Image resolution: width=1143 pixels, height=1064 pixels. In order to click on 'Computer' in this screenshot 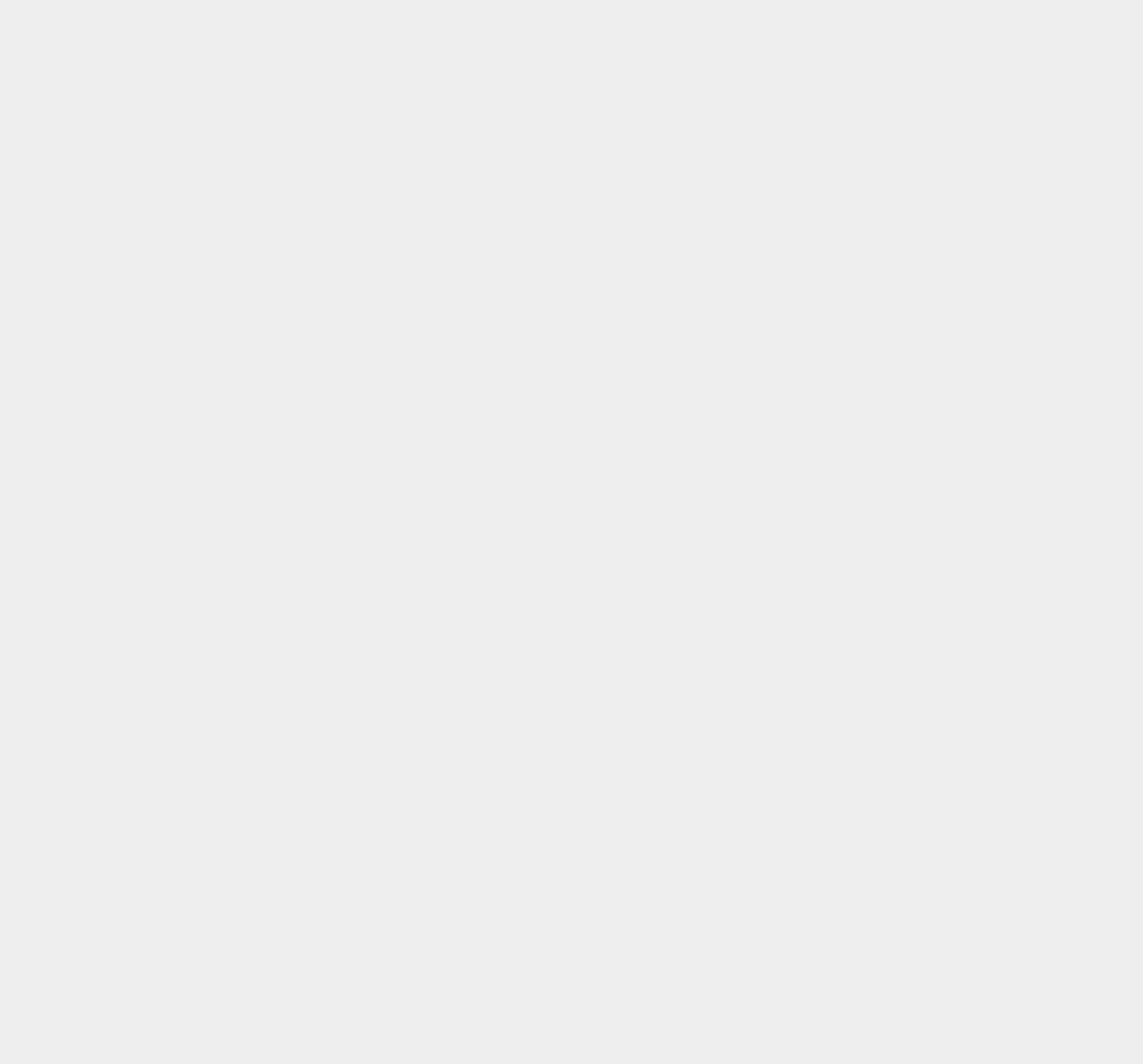, I will do `click(837, 147)`.